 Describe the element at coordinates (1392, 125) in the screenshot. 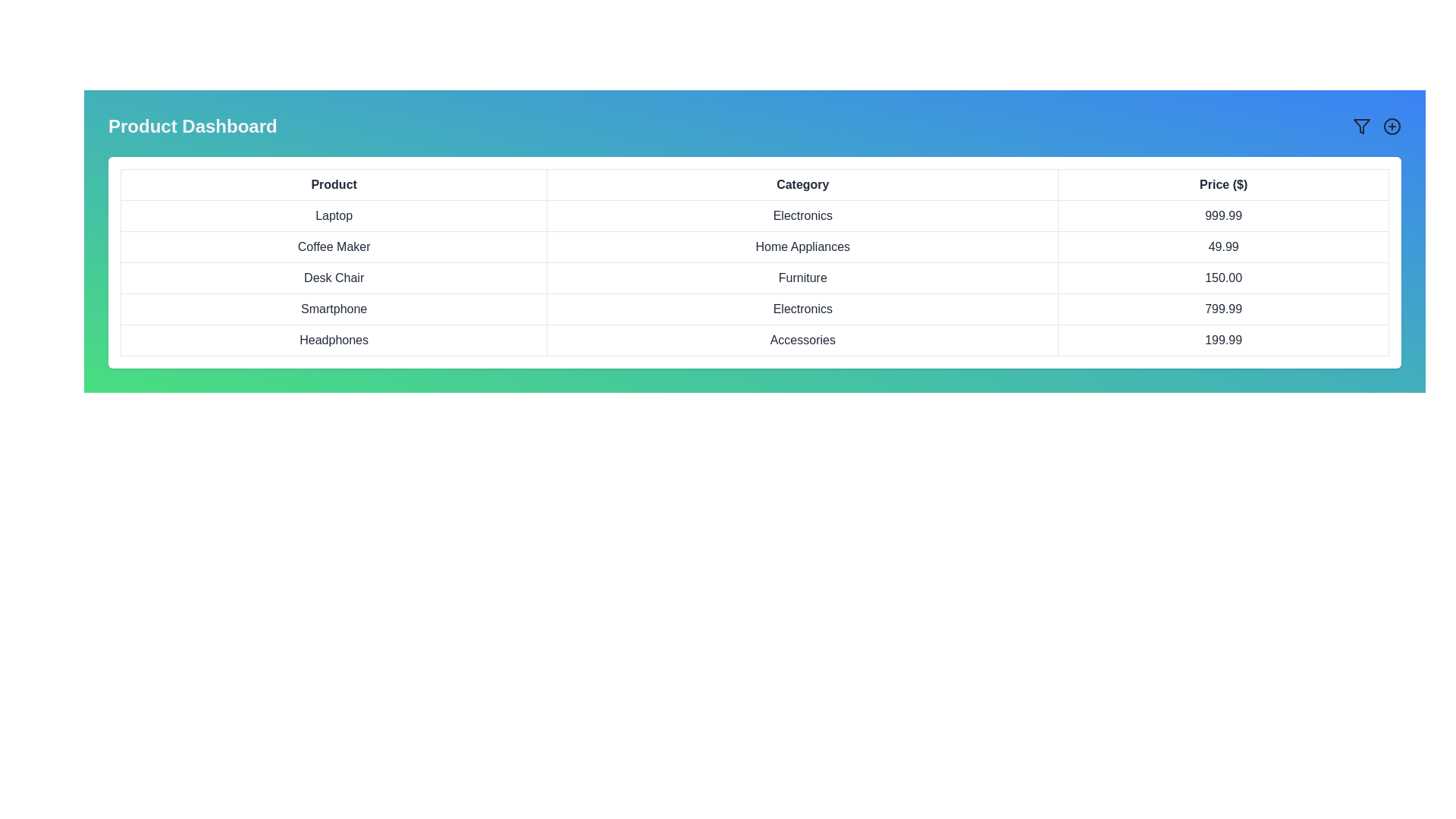

I see `the add item button, which is the third icon from the left in the top-right corner of the interface` at that location.